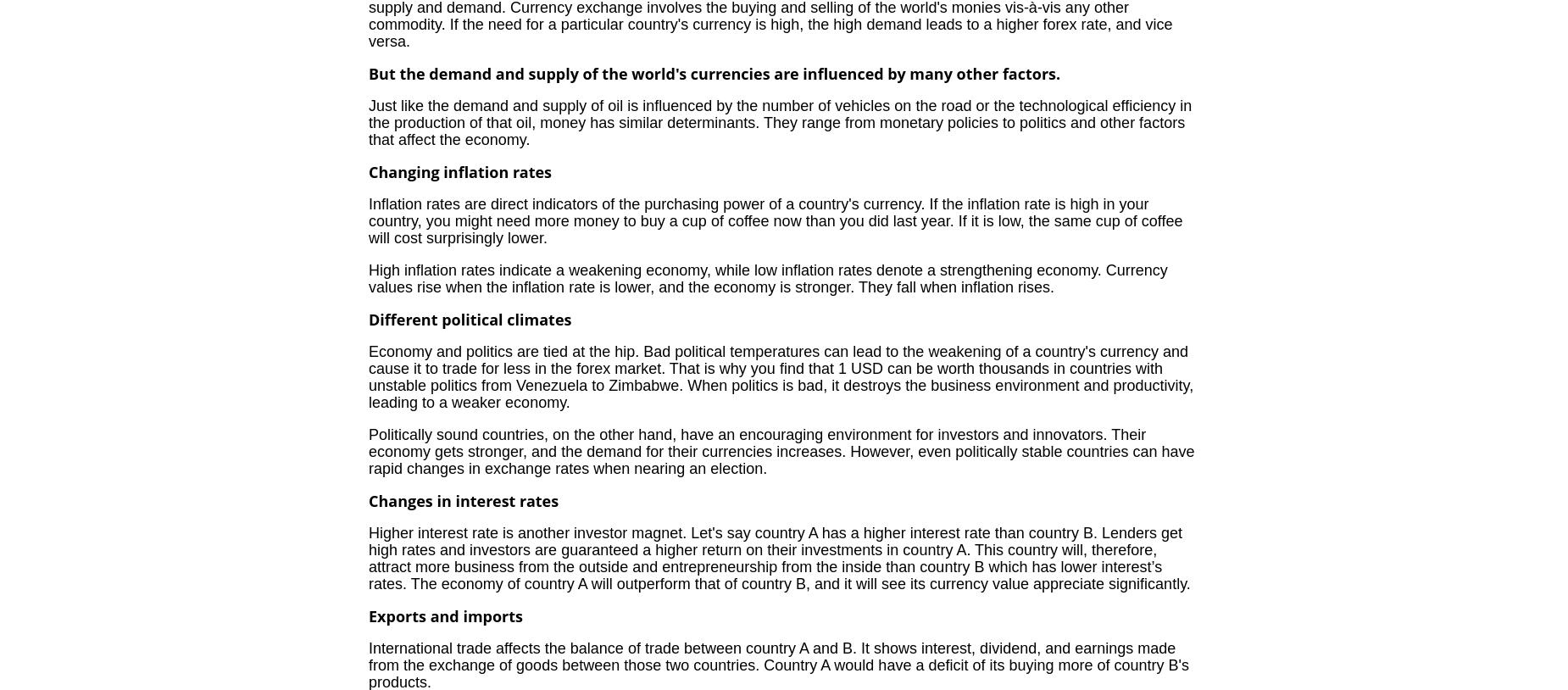 This screenshot has height=690, width=1568. What do you see at coordinates (459, 171) in the screenshot?
I see `'Changing inflation rates'` at bounding box center [459, 171].